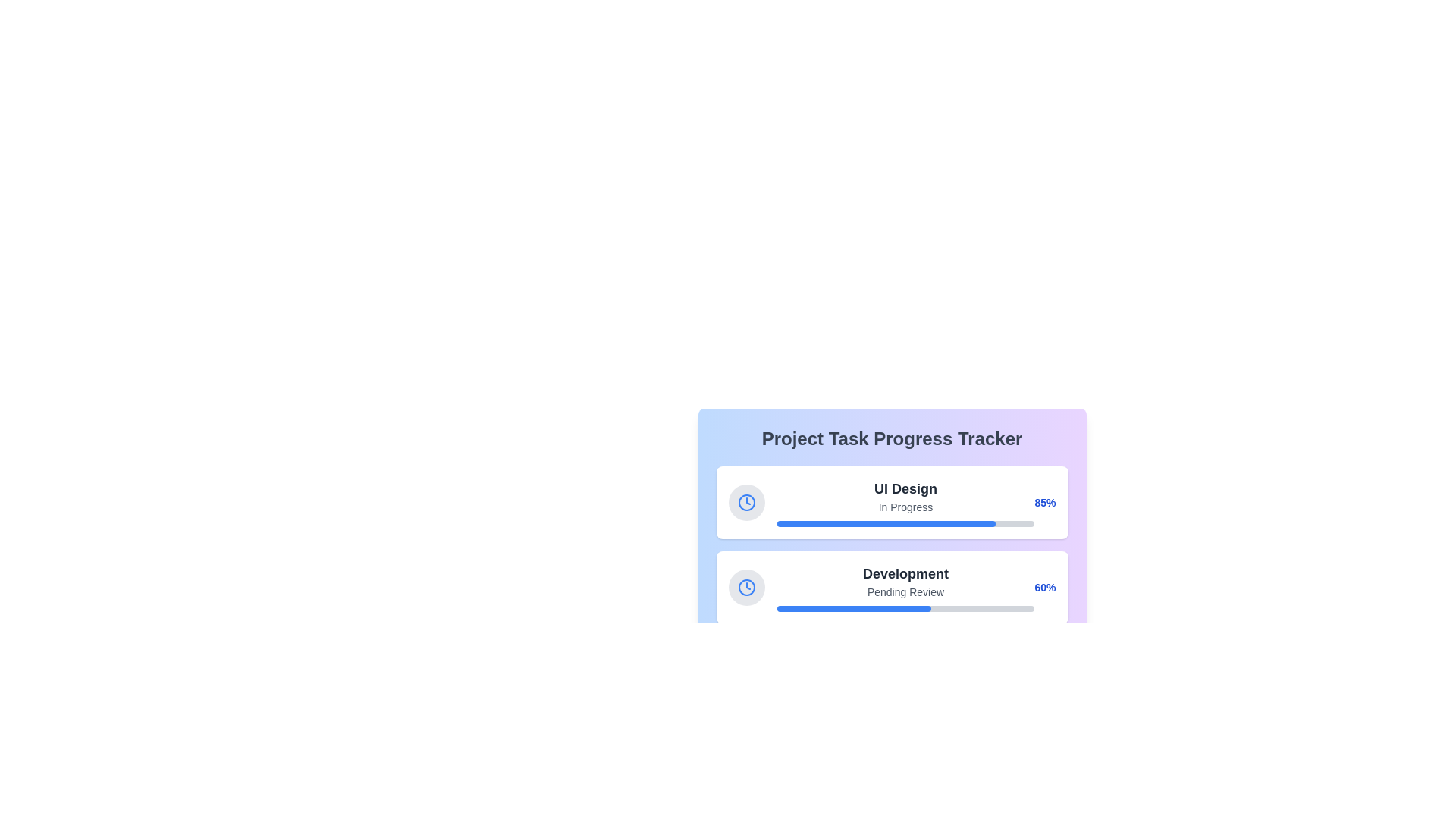  I want to click on the blue clock icon with a circular outline, located to the left of the text 'Development' in the second row of the interface, so click(746, 503).